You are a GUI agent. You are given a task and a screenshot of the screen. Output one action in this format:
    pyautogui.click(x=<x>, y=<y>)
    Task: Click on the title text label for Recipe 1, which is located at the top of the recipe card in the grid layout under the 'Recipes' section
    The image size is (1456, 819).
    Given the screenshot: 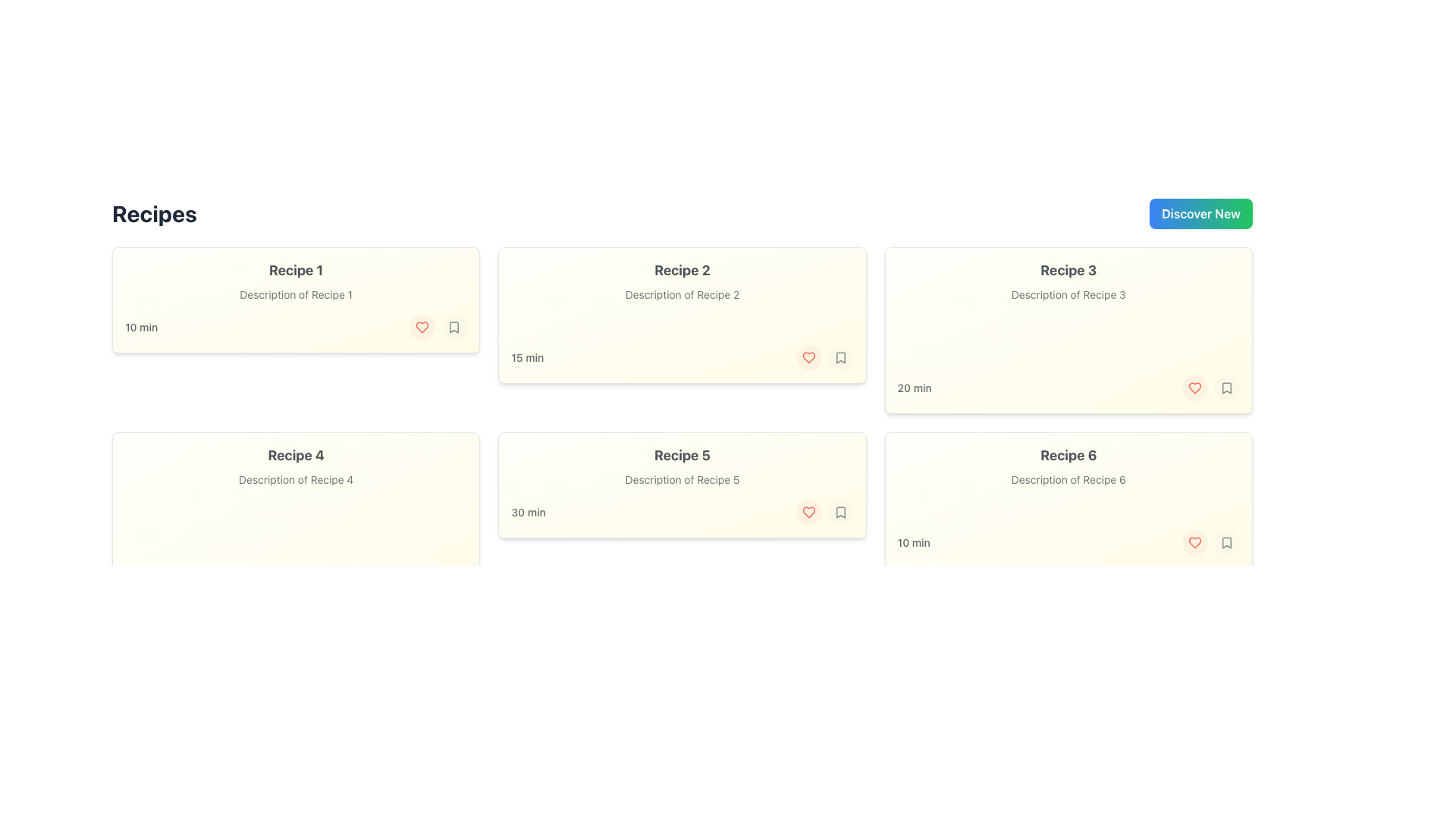 What is the action you would take?
    pyautogui.click(x=296, y=270)
    